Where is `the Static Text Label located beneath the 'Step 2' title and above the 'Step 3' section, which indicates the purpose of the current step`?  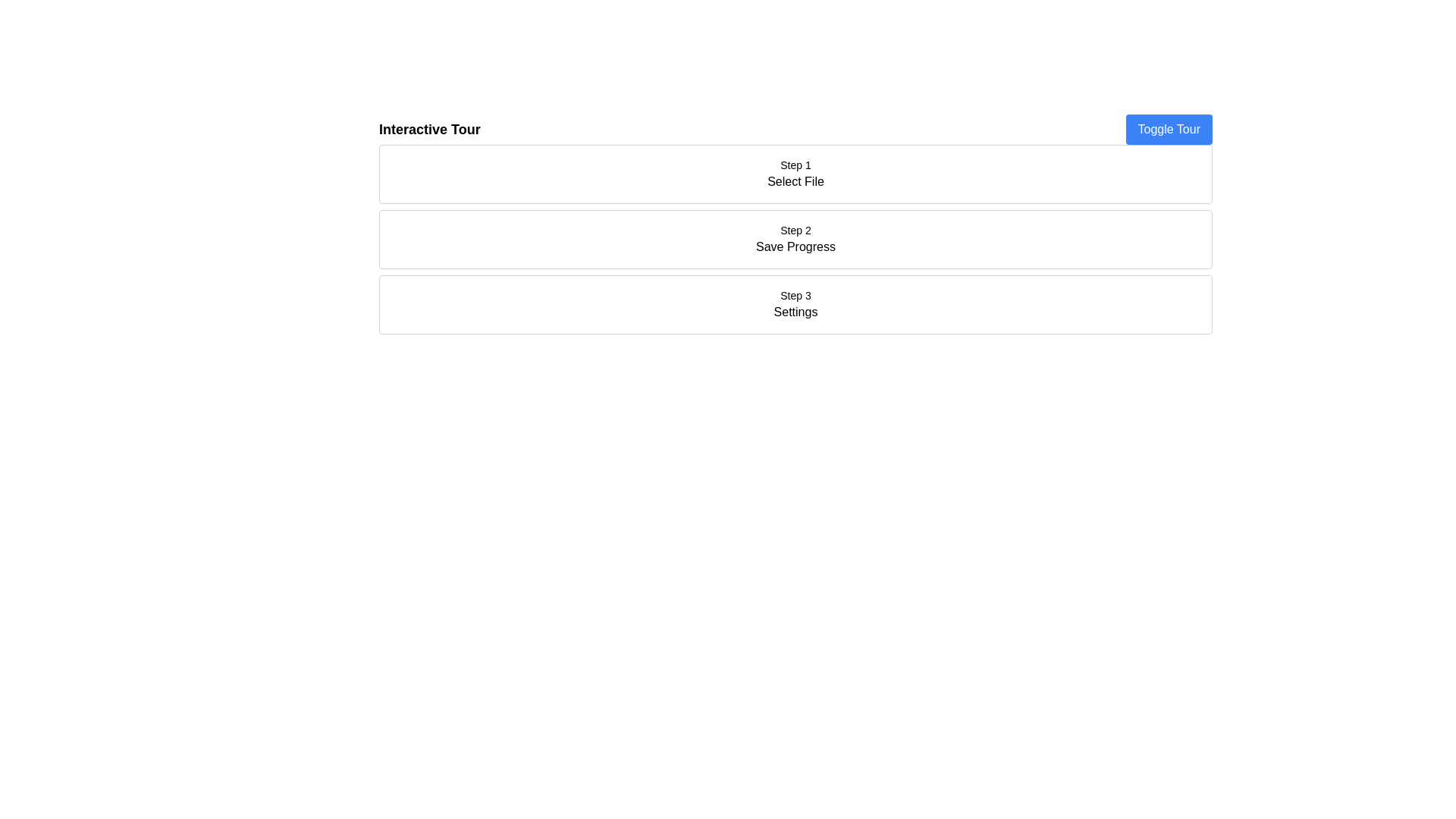
the Static Text Label located beneath the 'Step 2' title and above the 'Step 3' section, which indicates the purpose of the current step is located at coordinates (795, 246).